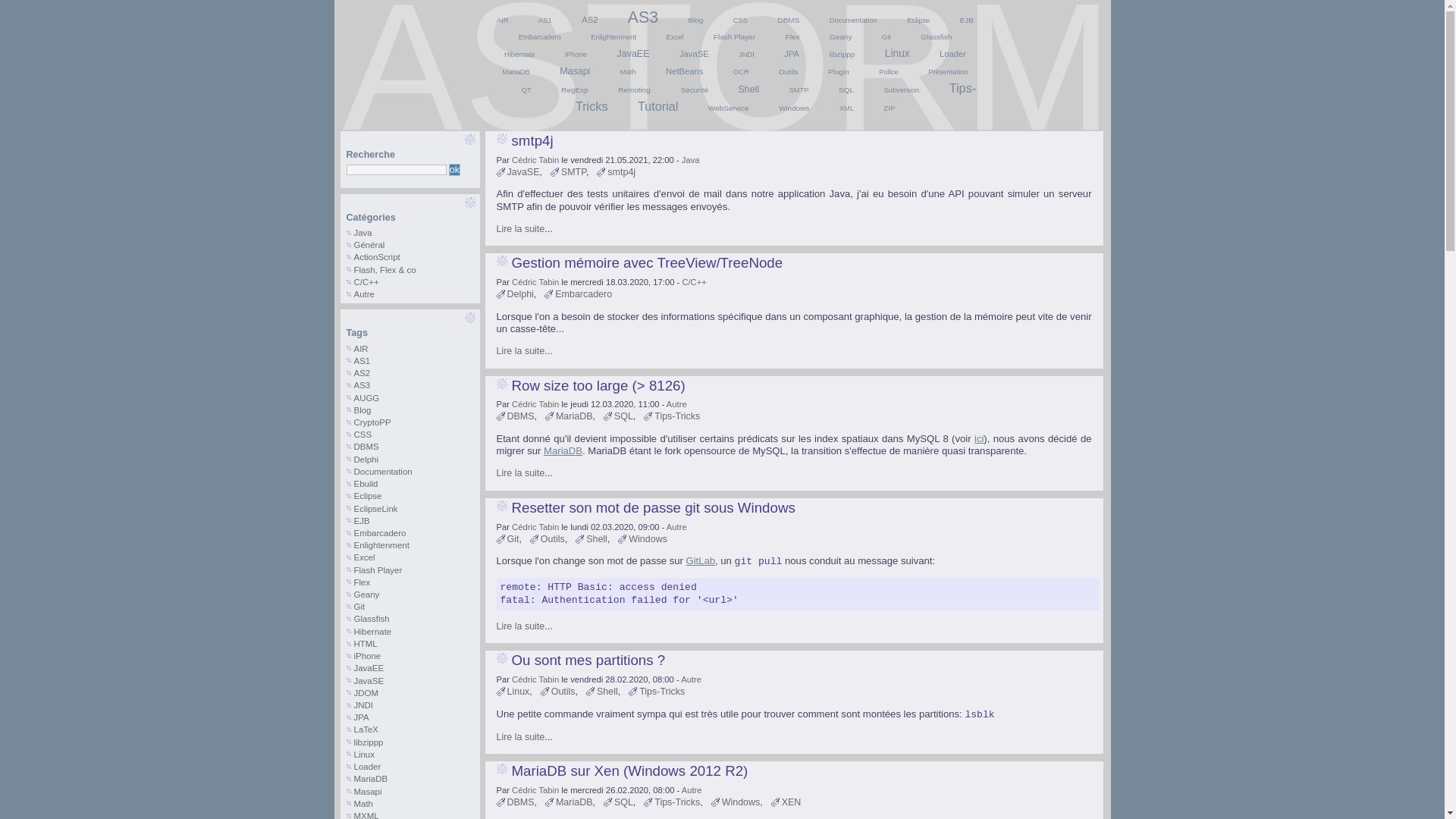 This screenshot has height=819, width=1456. Describe the element at coordinates (666, 71) in the screenshot. I see `'NetBeans'` at that location.